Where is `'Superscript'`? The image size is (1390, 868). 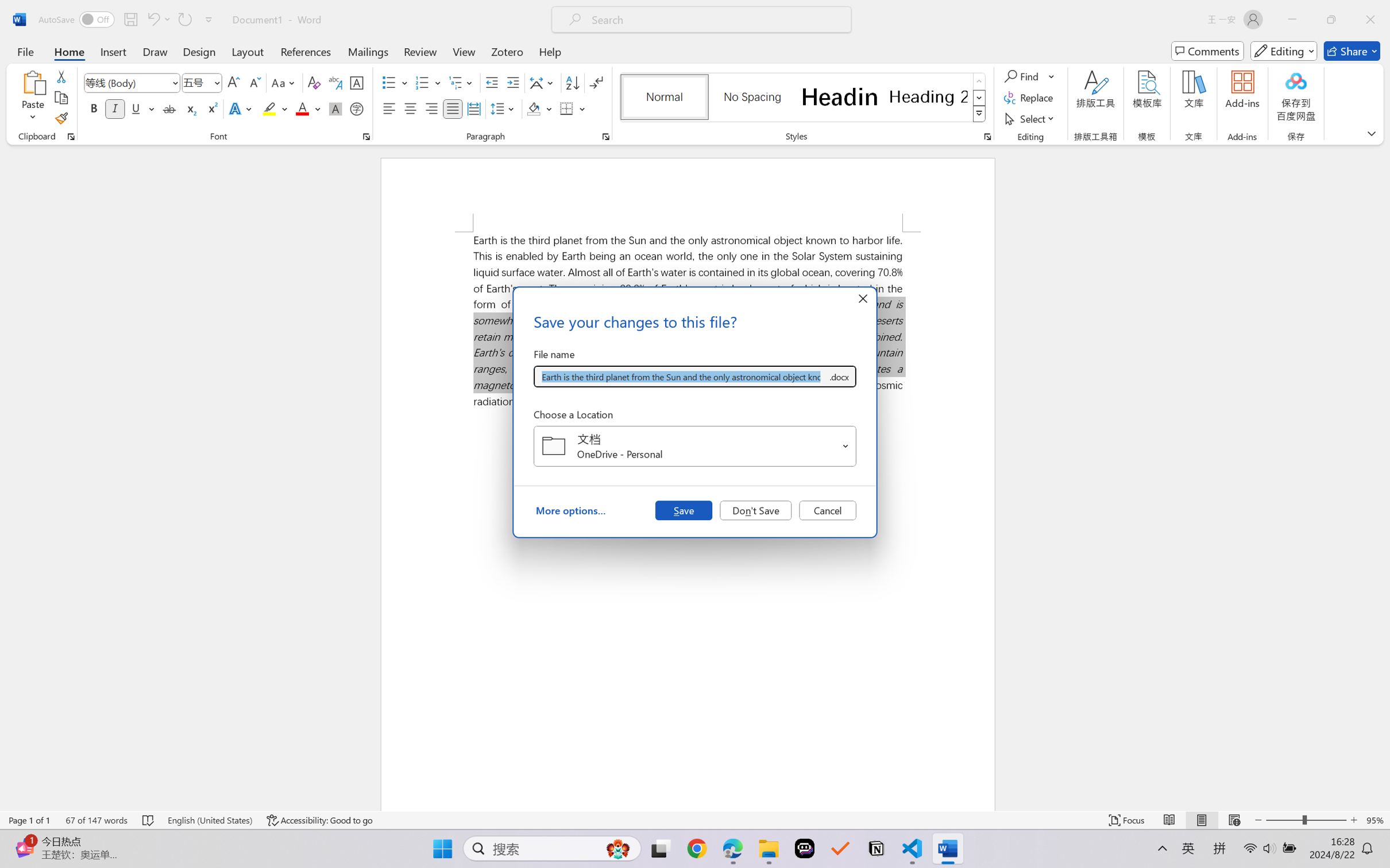
'Superscript' is located at coordinates (211, 108).